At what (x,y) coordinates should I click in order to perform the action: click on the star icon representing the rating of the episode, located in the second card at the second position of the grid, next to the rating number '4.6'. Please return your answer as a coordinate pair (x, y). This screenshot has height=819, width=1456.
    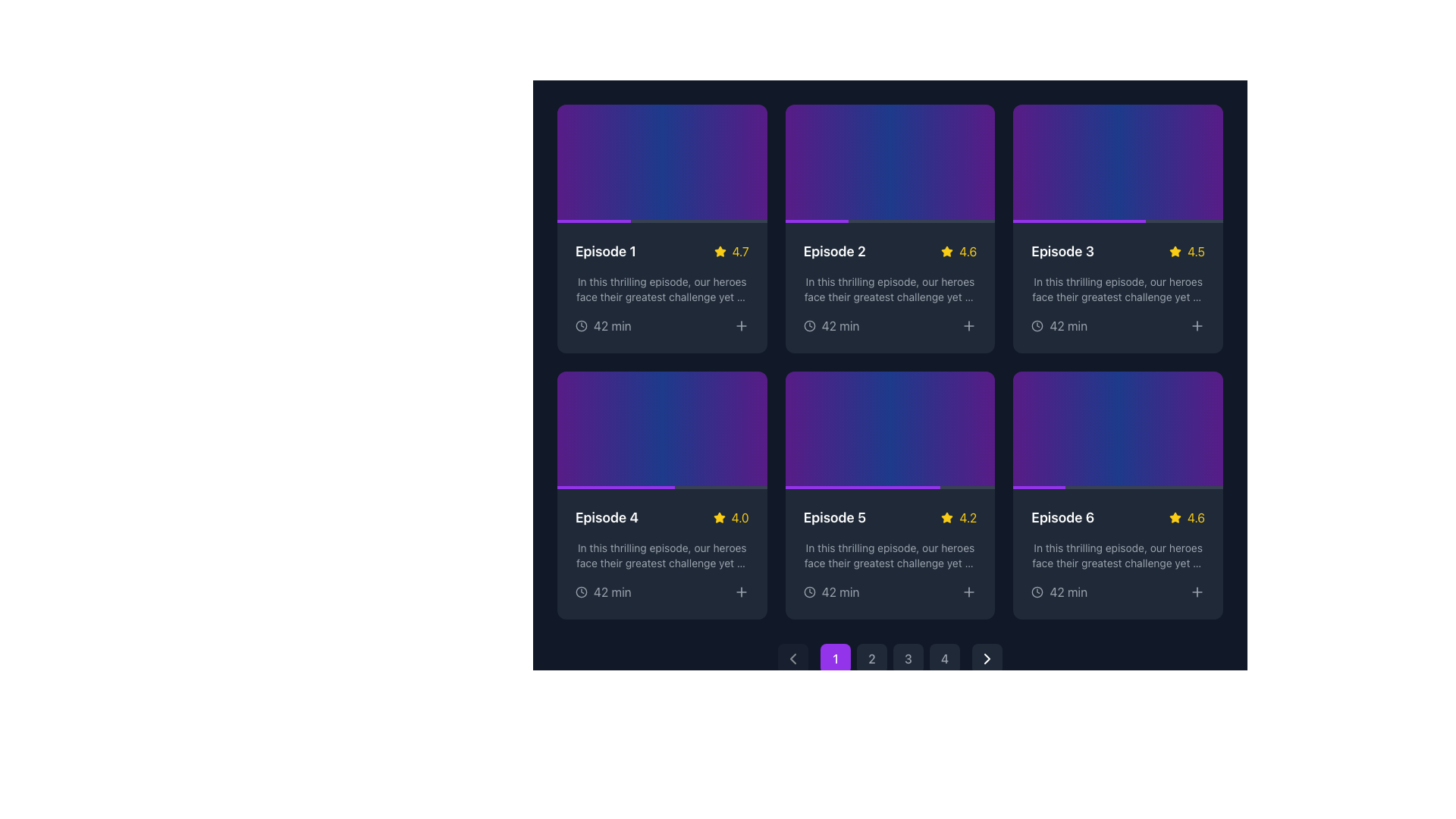
    Looking at the image, I should click on (946, 250).